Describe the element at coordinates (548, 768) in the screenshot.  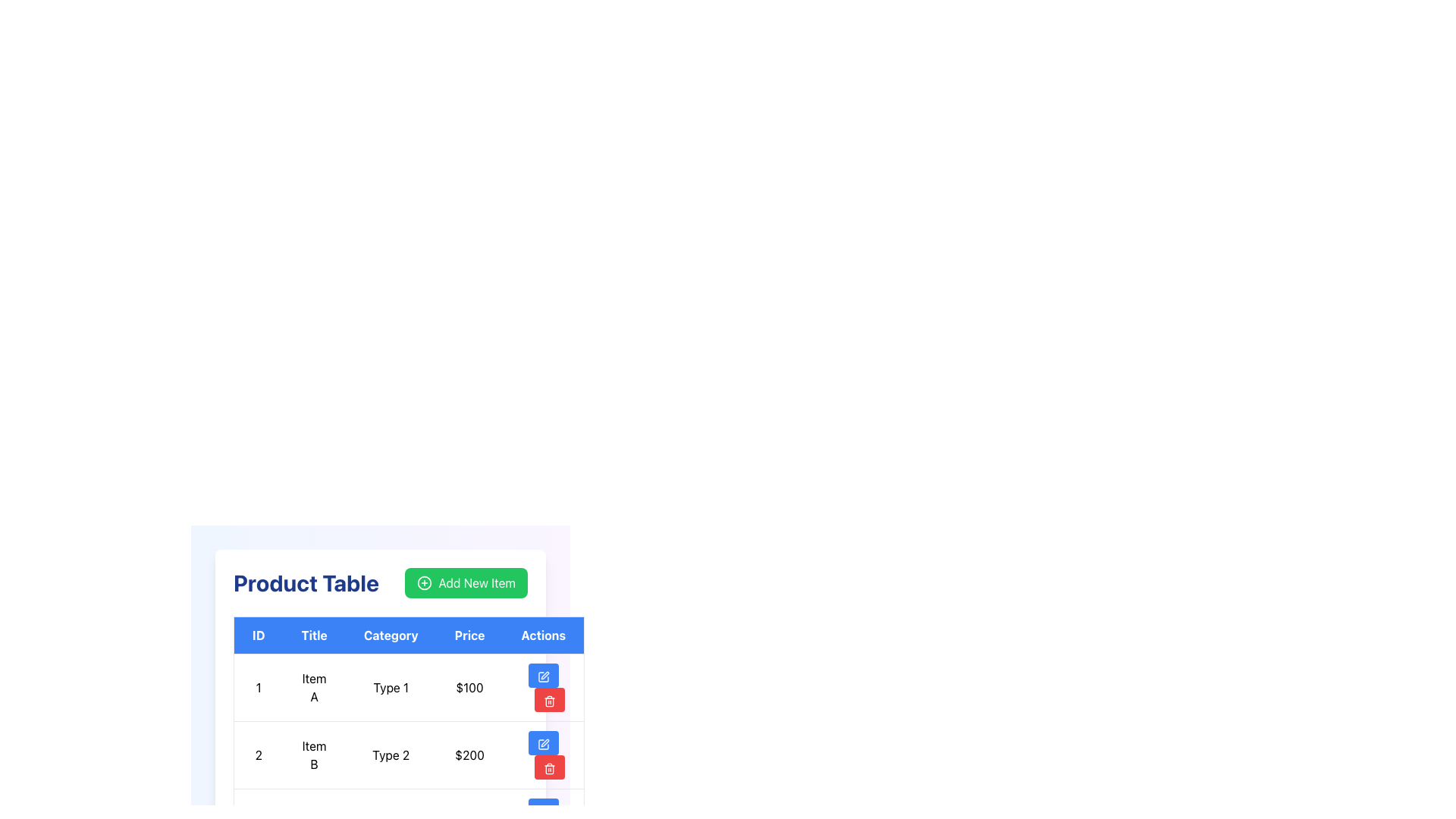
I see `the trash bin icon button located in the second row of the 'Actions' column` at that location.